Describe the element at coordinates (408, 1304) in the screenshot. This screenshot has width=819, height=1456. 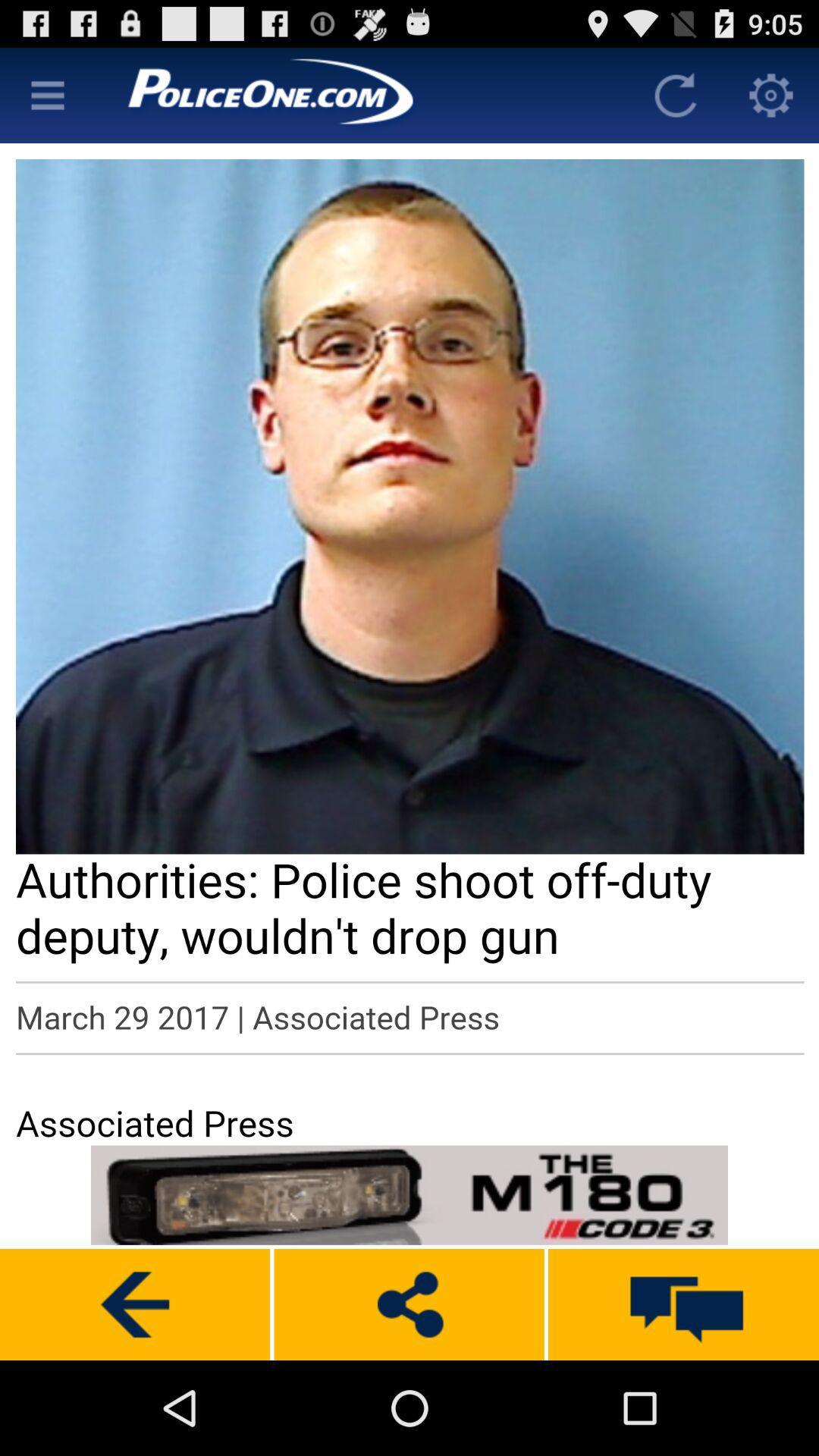
I see `share the content` at that location.